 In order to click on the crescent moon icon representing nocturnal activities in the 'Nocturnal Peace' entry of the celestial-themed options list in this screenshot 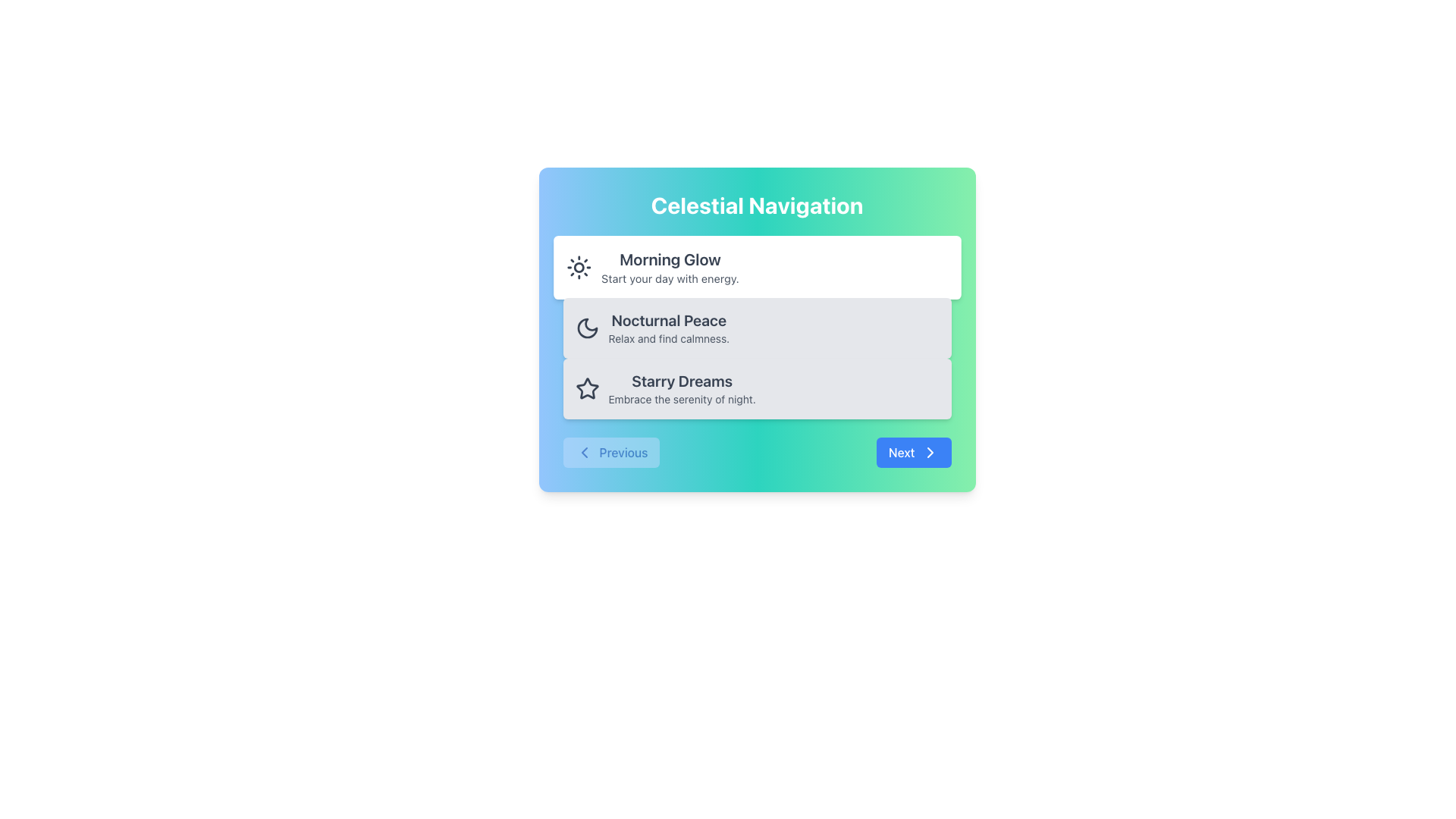, I will do `click(586, 327)`.